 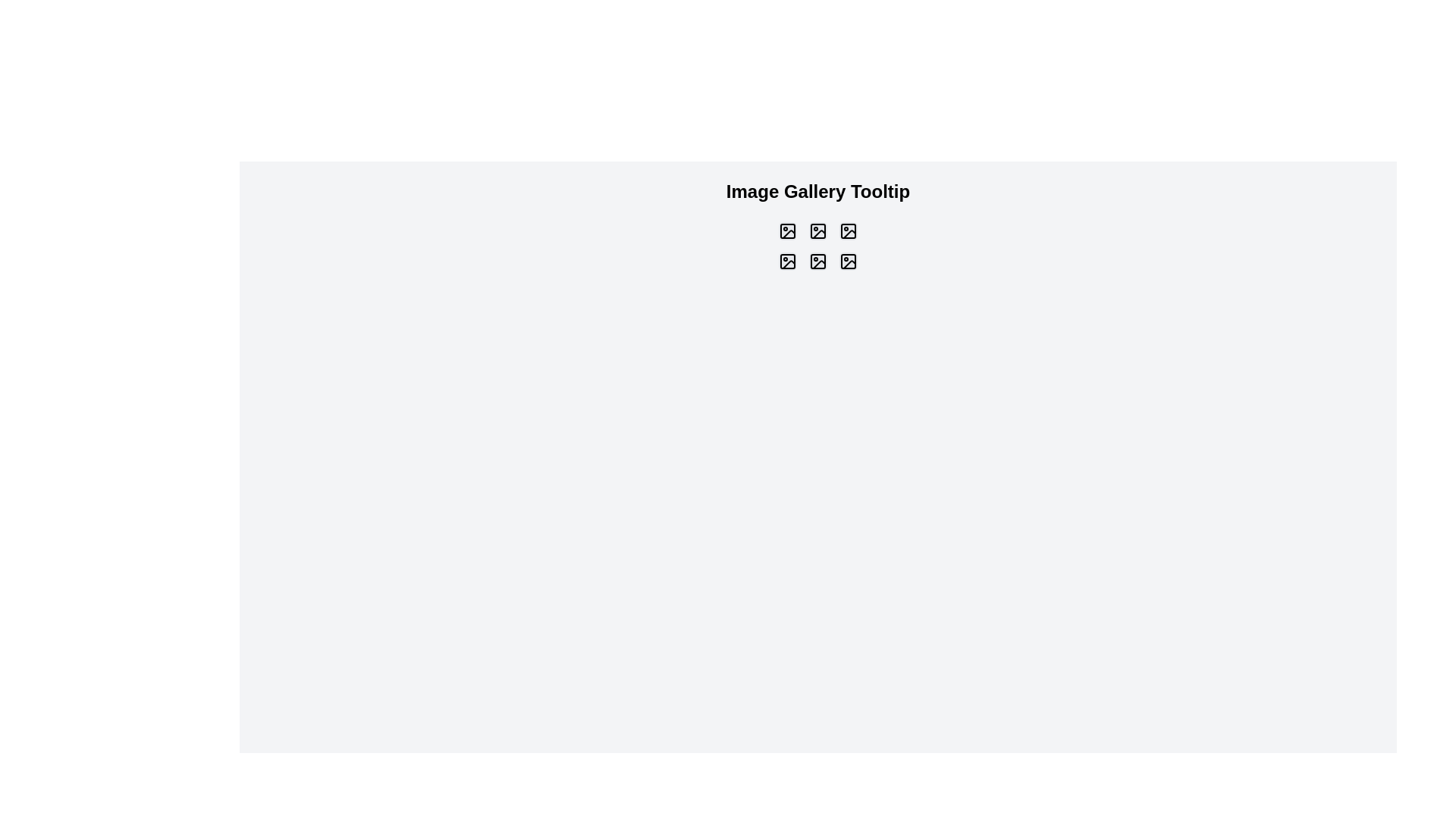 I want to click on the indicator icon for a non-functional or missing component located in the lower-left corner of the 'Image Gallery Tooltip', which is the leftmost icon in the bottom row, so click(x=789, y=264).